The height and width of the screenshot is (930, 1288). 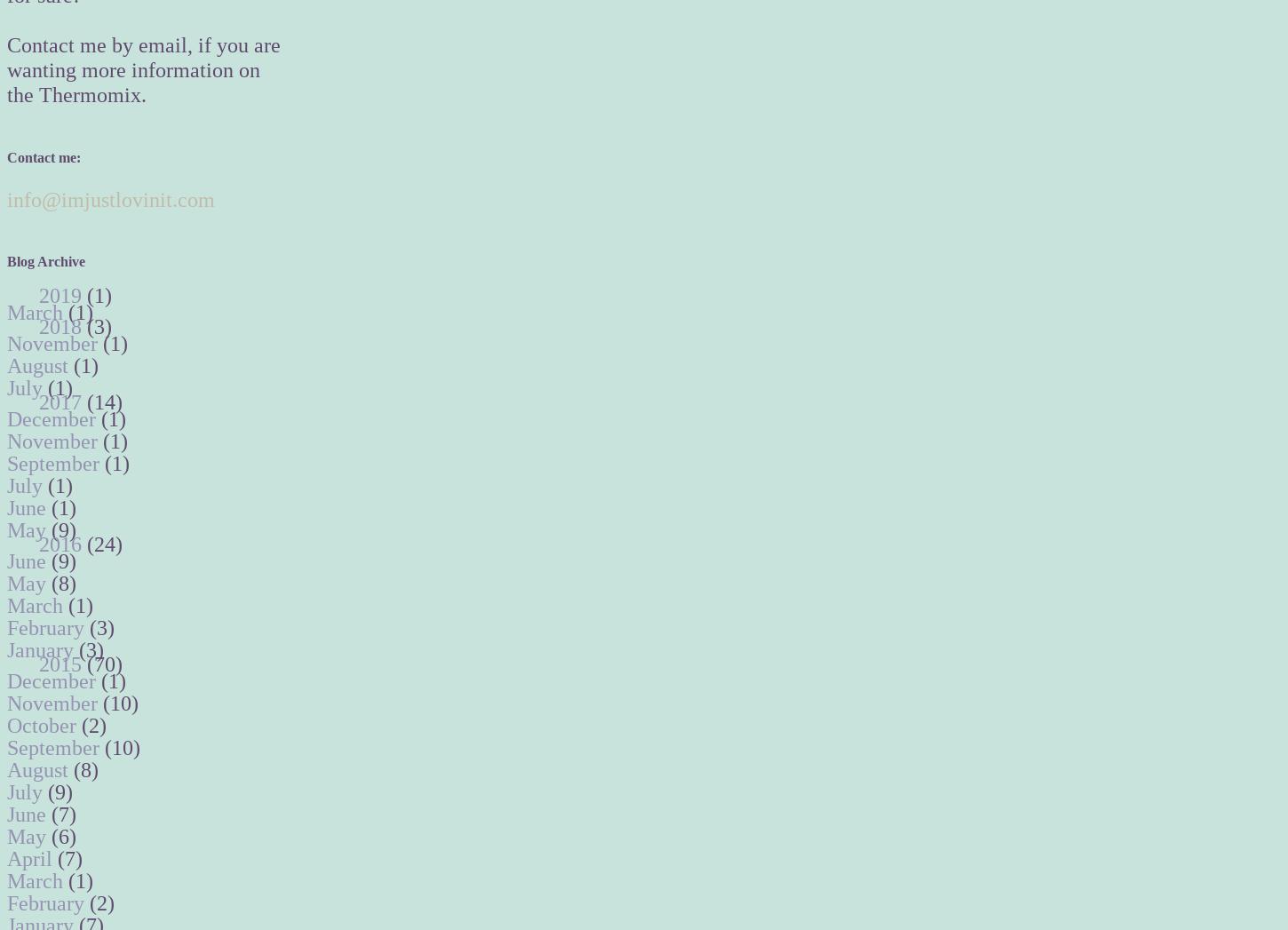 I want to click on 'April', so click(x=32, y=858).